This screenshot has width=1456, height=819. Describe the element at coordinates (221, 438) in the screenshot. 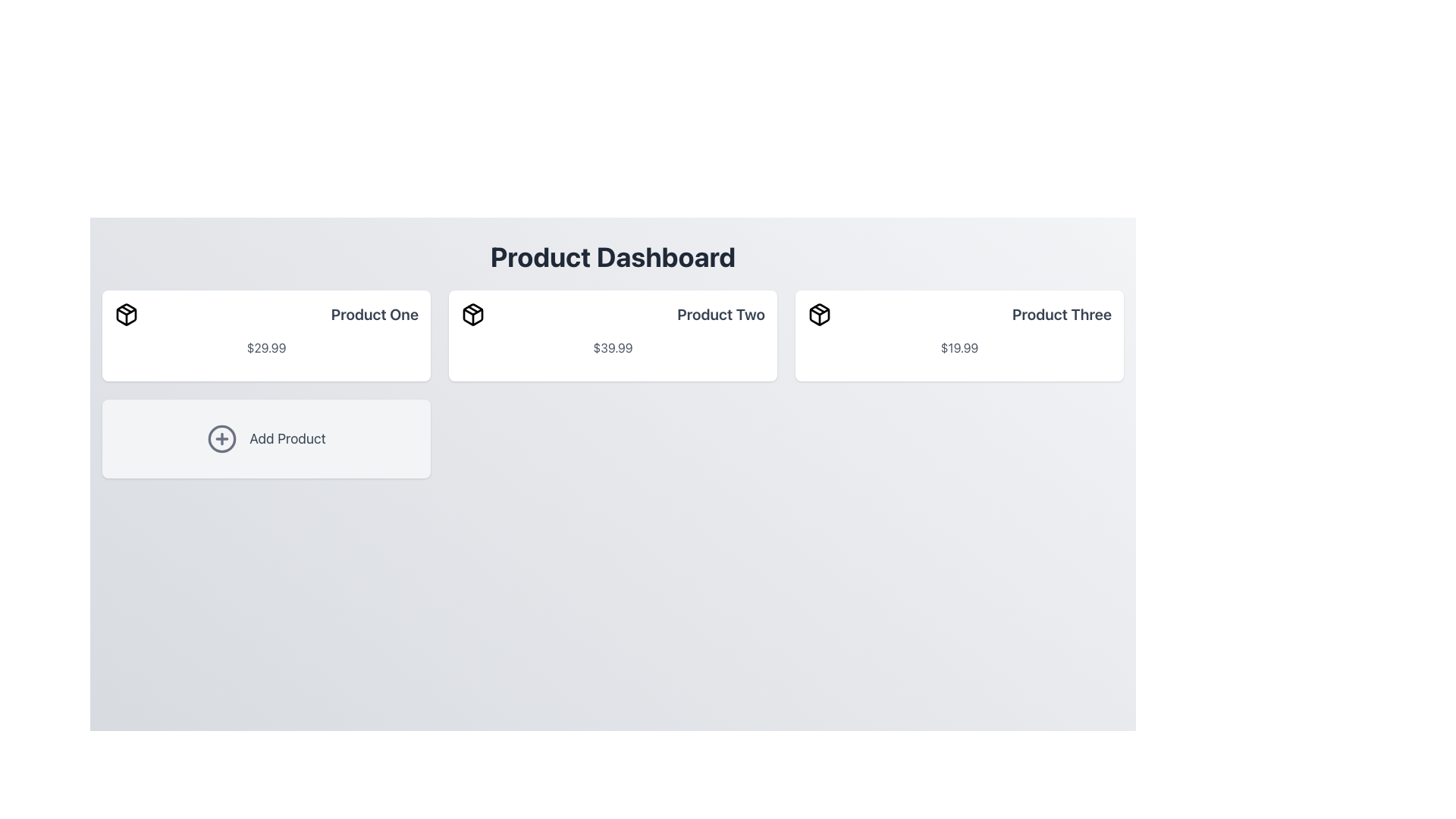

I see `the 'Add Product' button located in the bottom-left section of the main dashboard grid` at that location.